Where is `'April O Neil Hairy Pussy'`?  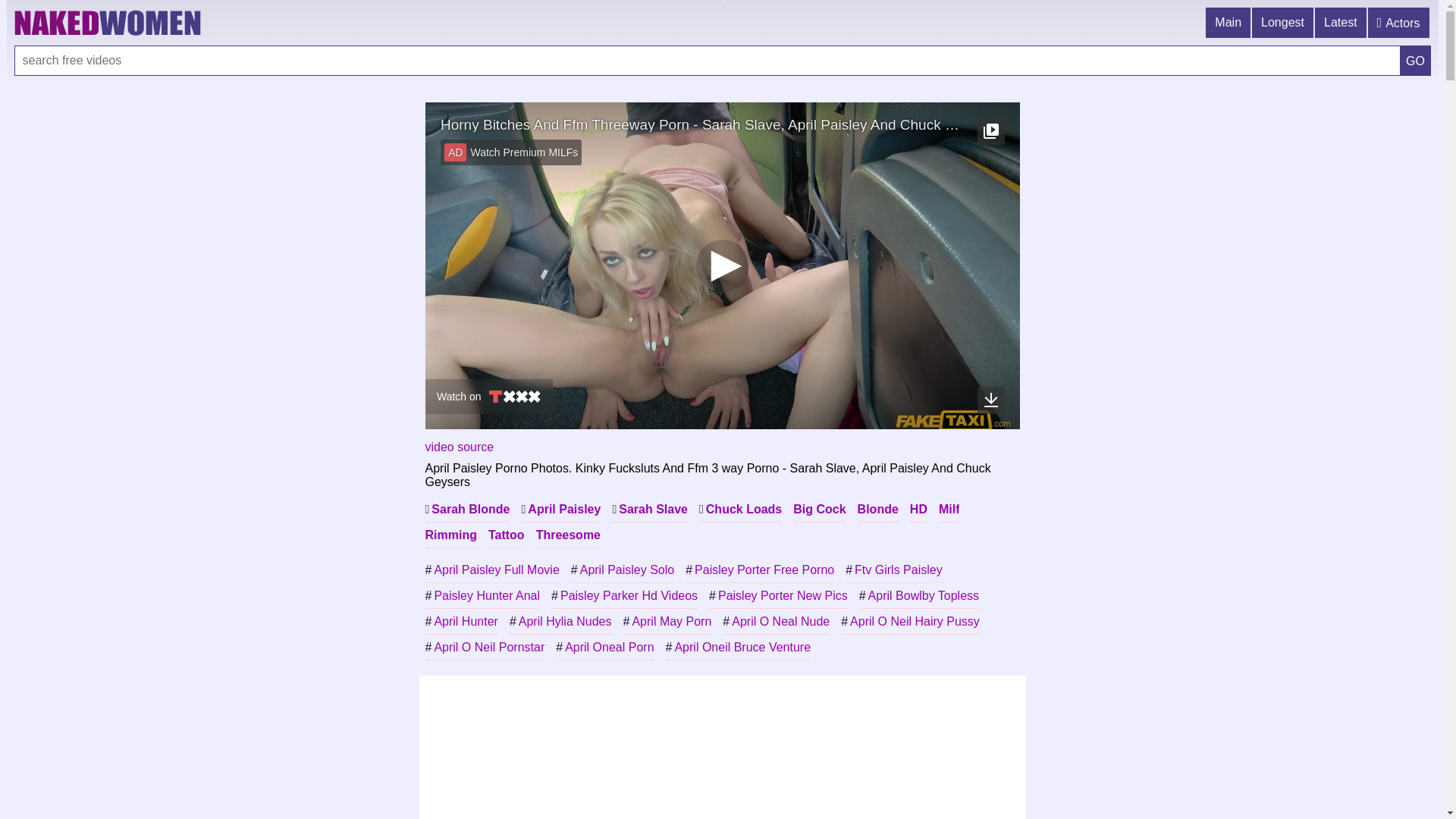 'April O Neil Hairy Pussy' is located at coordinates (910, 622).